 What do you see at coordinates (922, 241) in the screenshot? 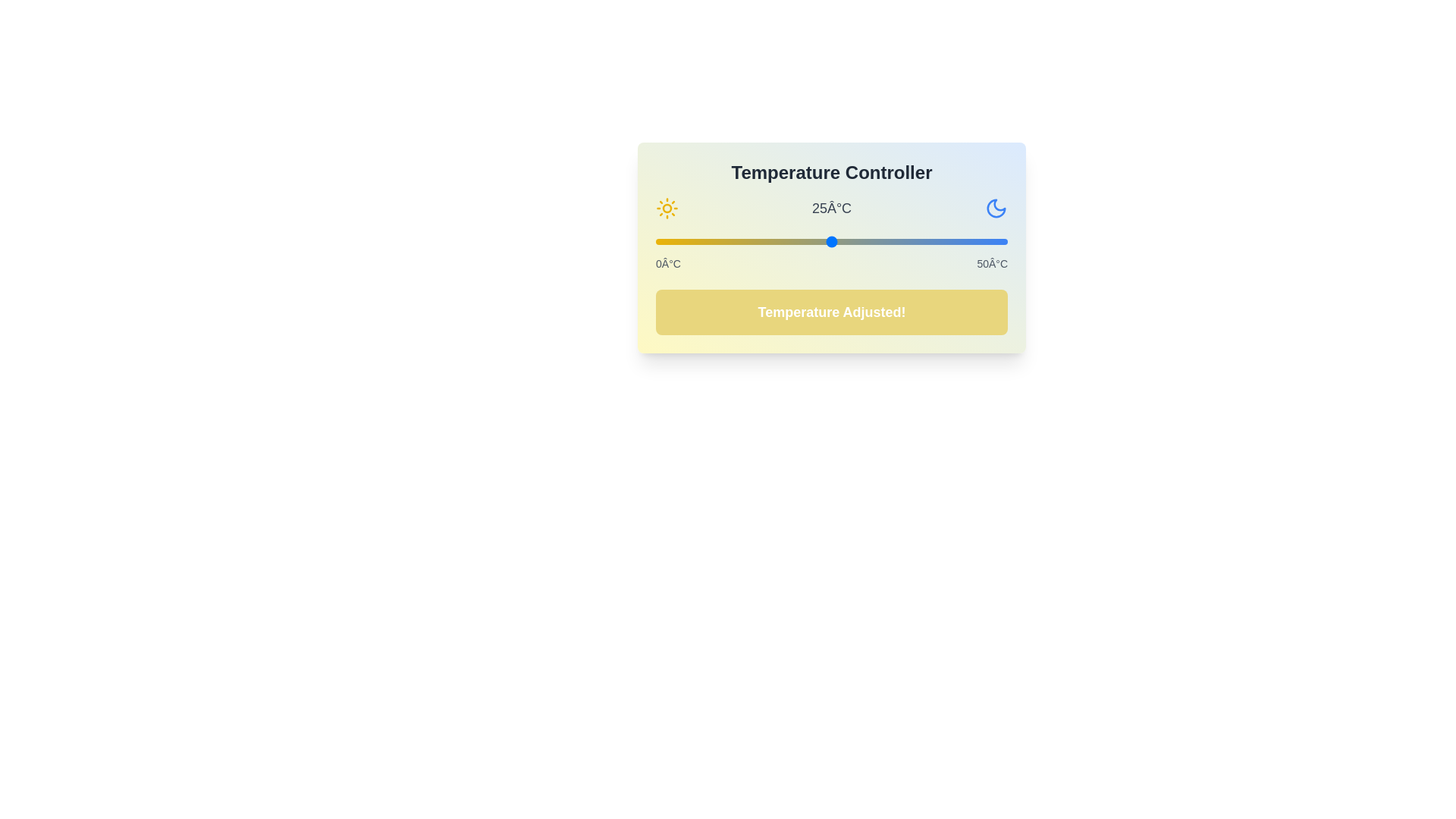
I see `the slider to set the temperature to 38°C` at bounding box center [922, 241].